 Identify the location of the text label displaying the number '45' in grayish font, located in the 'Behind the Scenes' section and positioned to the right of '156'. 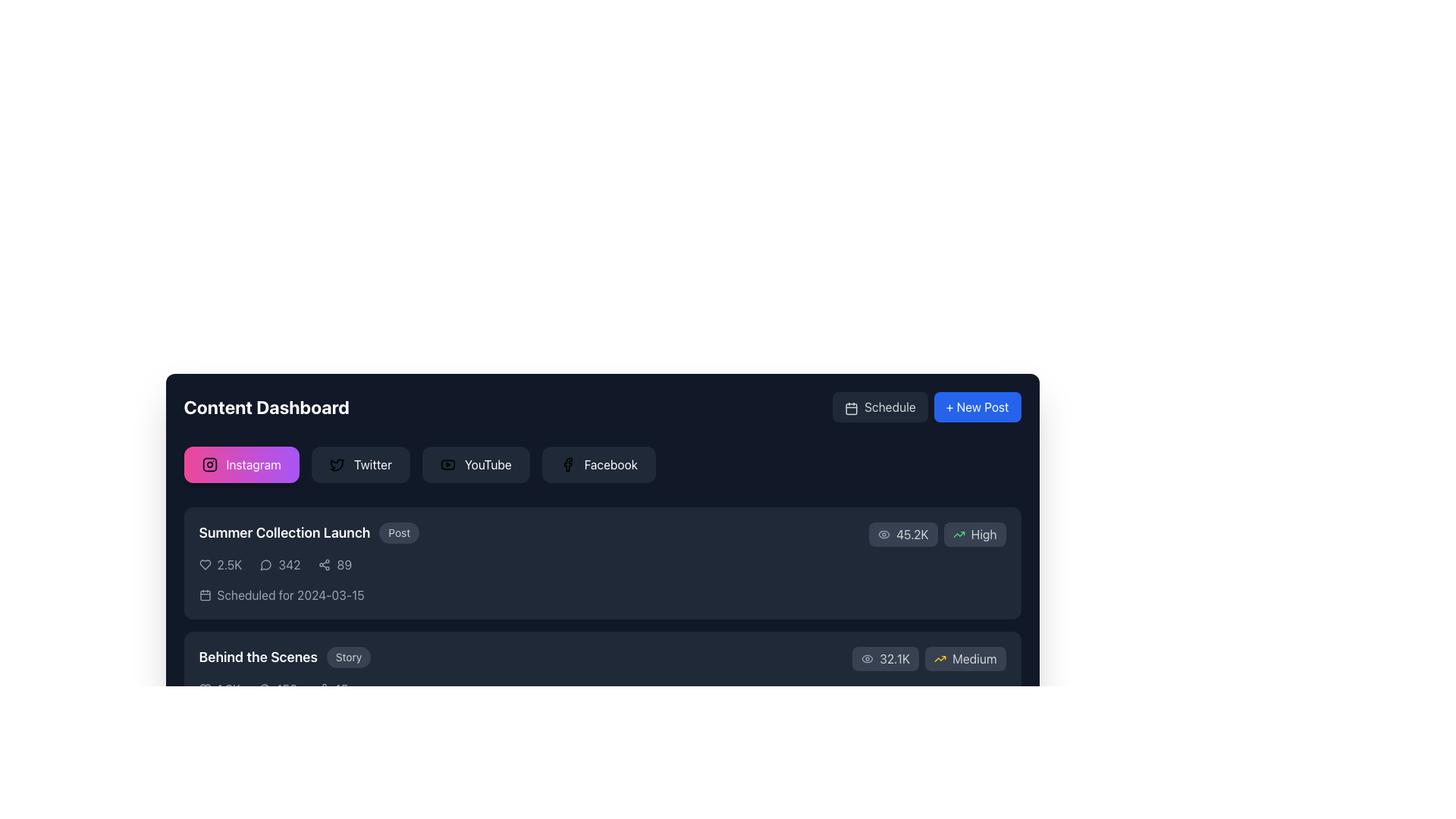
(331, 689).